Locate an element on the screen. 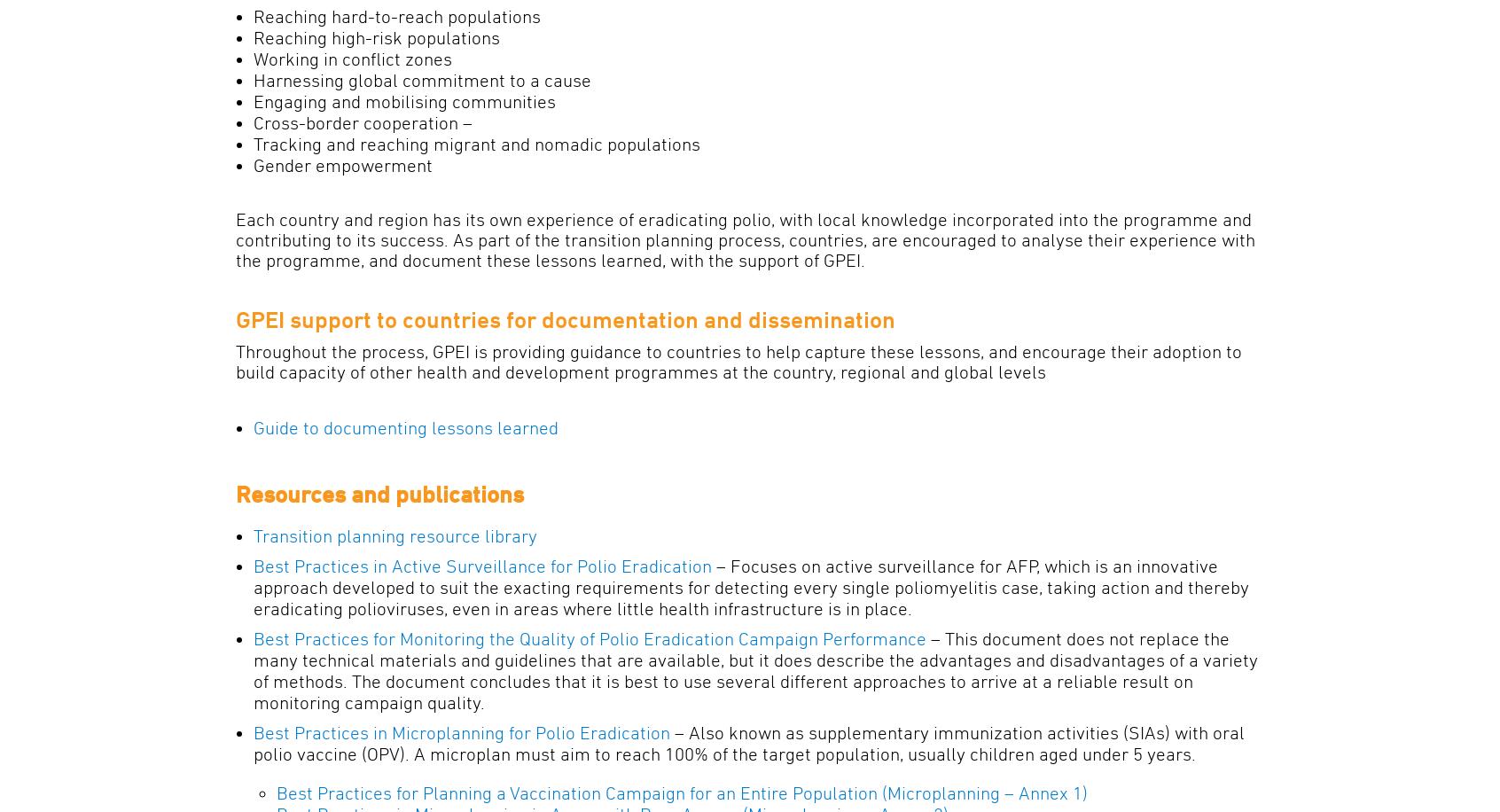 This screenshot has height=812, width=1500. 'Best Practices in Active Surveillance for Polio Eradication' is located at coordinates (482, 565).